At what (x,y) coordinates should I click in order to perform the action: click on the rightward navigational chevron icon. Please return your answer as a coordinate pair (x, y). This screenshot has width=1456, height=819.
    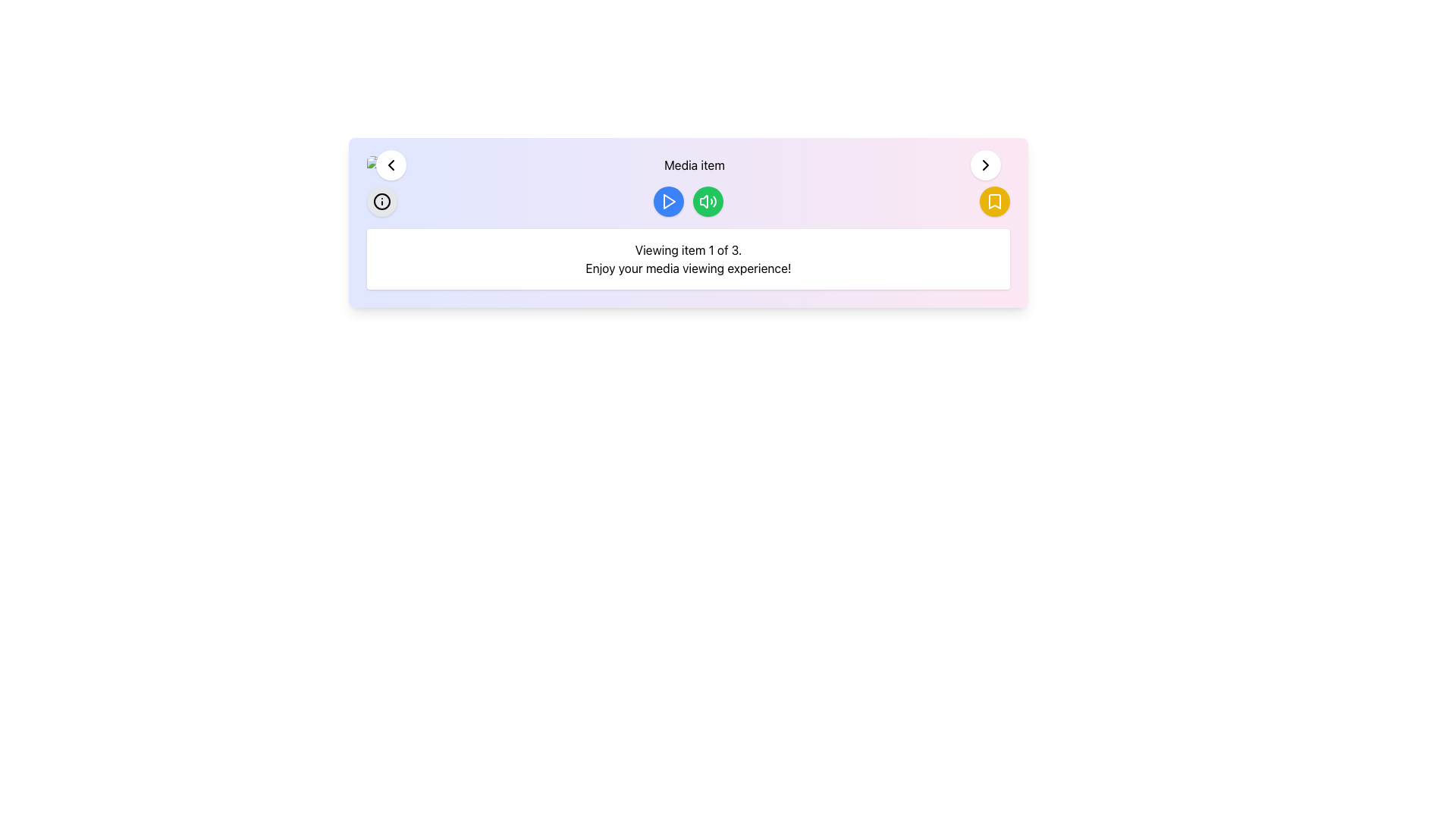
    Looking at the image, I should click on (986, 165).